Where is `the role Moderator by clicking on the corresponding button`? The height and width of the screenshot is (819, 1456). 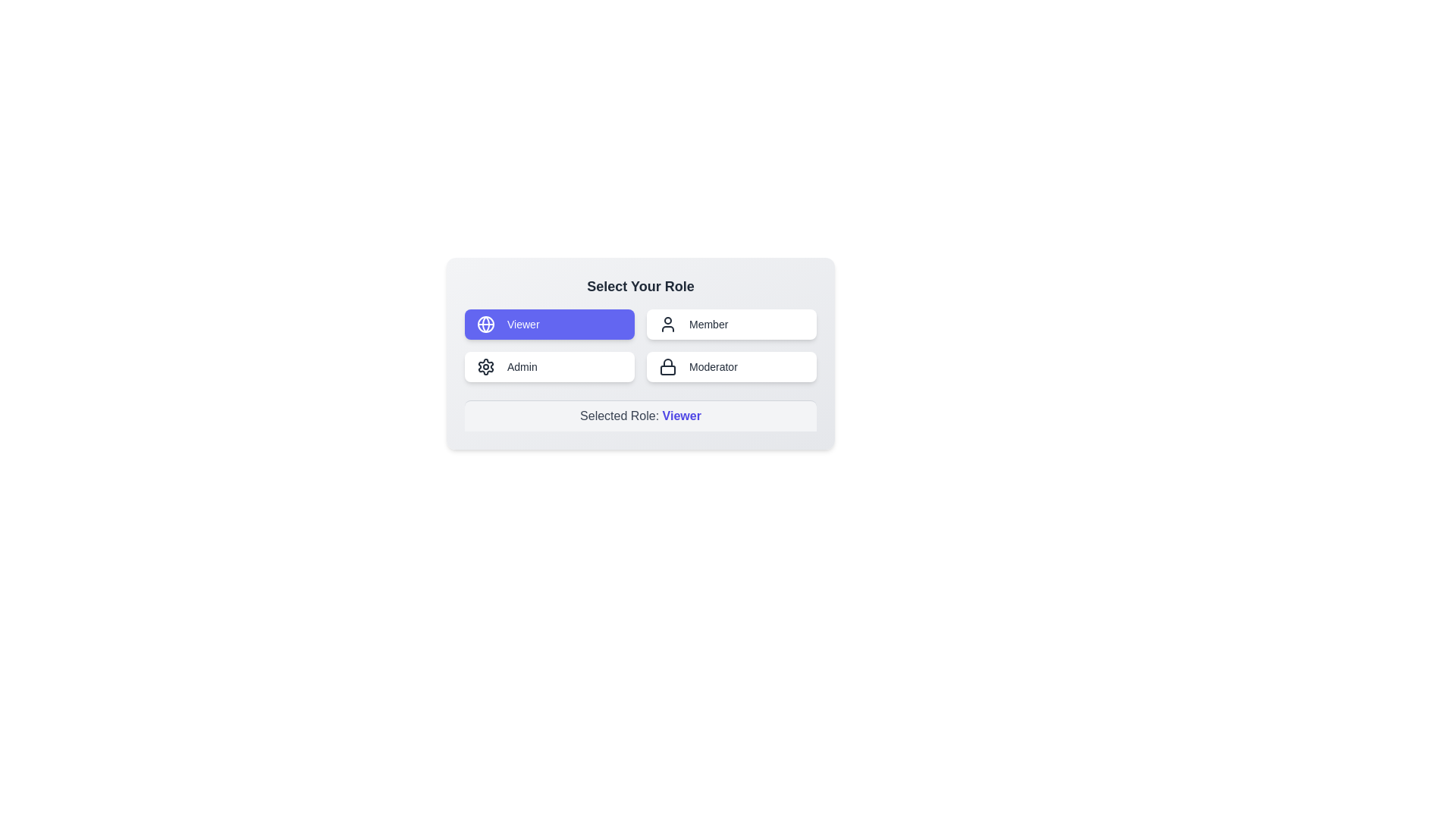 the role Moderator by clicking on the corresponding button is located at coordinates (731, 366).